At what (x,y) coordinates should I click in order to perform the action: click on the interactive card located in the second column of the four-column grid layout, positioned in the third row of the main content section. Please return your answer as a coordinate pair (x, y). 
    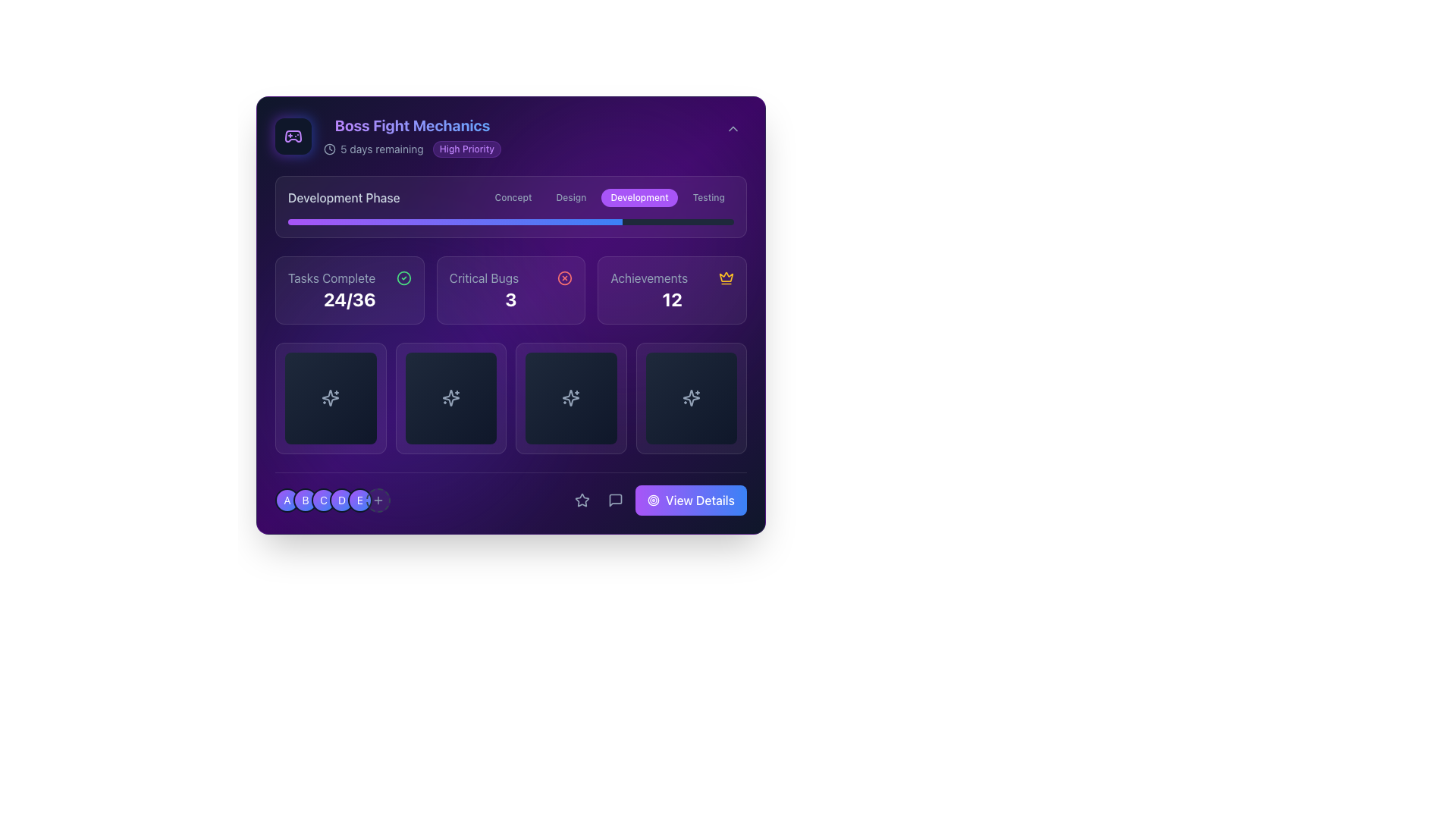
    Looking at the image, I should click on (450, 397).